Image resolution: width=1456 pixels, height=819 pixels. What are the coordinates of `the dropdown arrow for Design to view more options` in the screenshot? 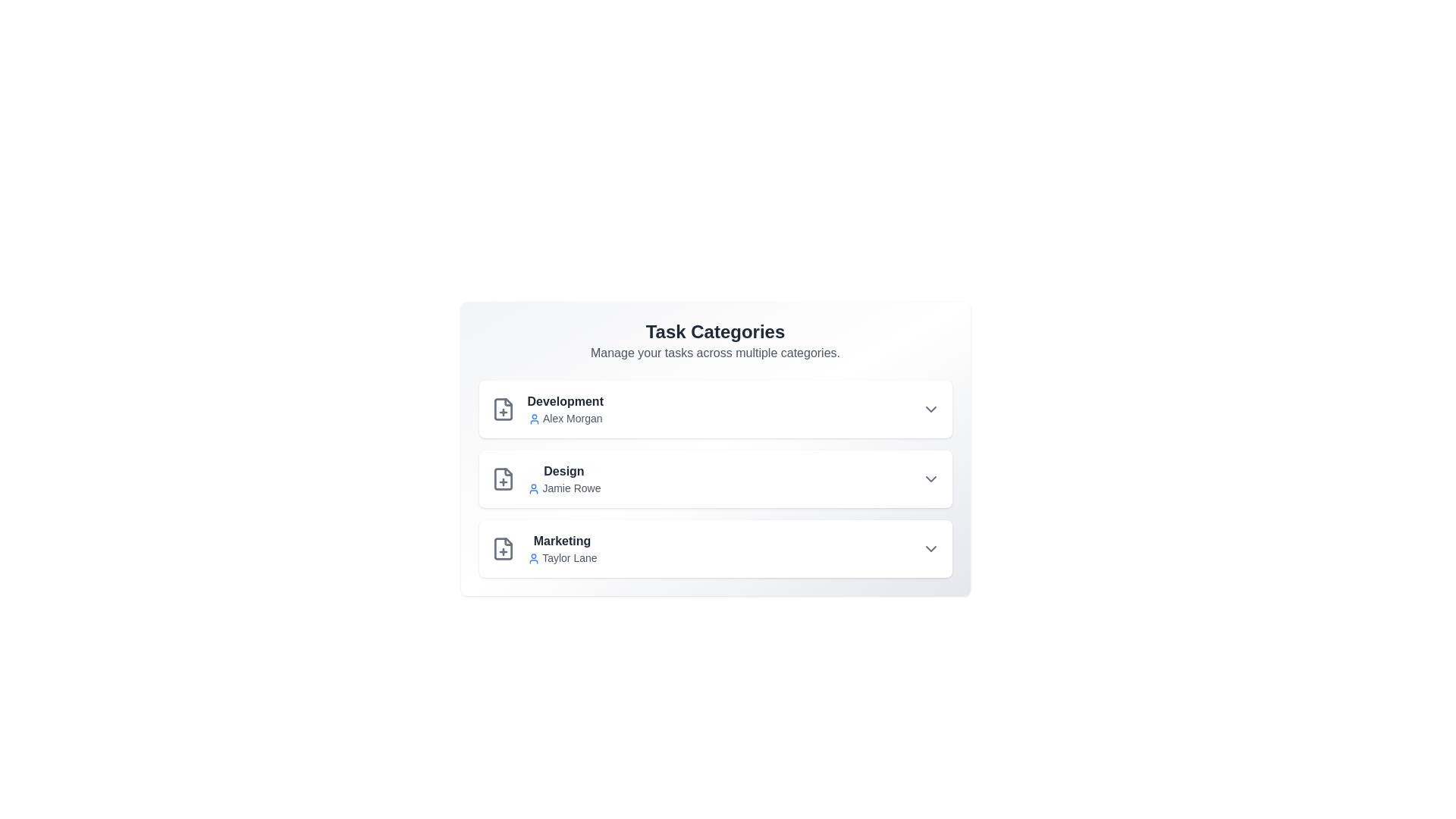 It's located at (930, 479).